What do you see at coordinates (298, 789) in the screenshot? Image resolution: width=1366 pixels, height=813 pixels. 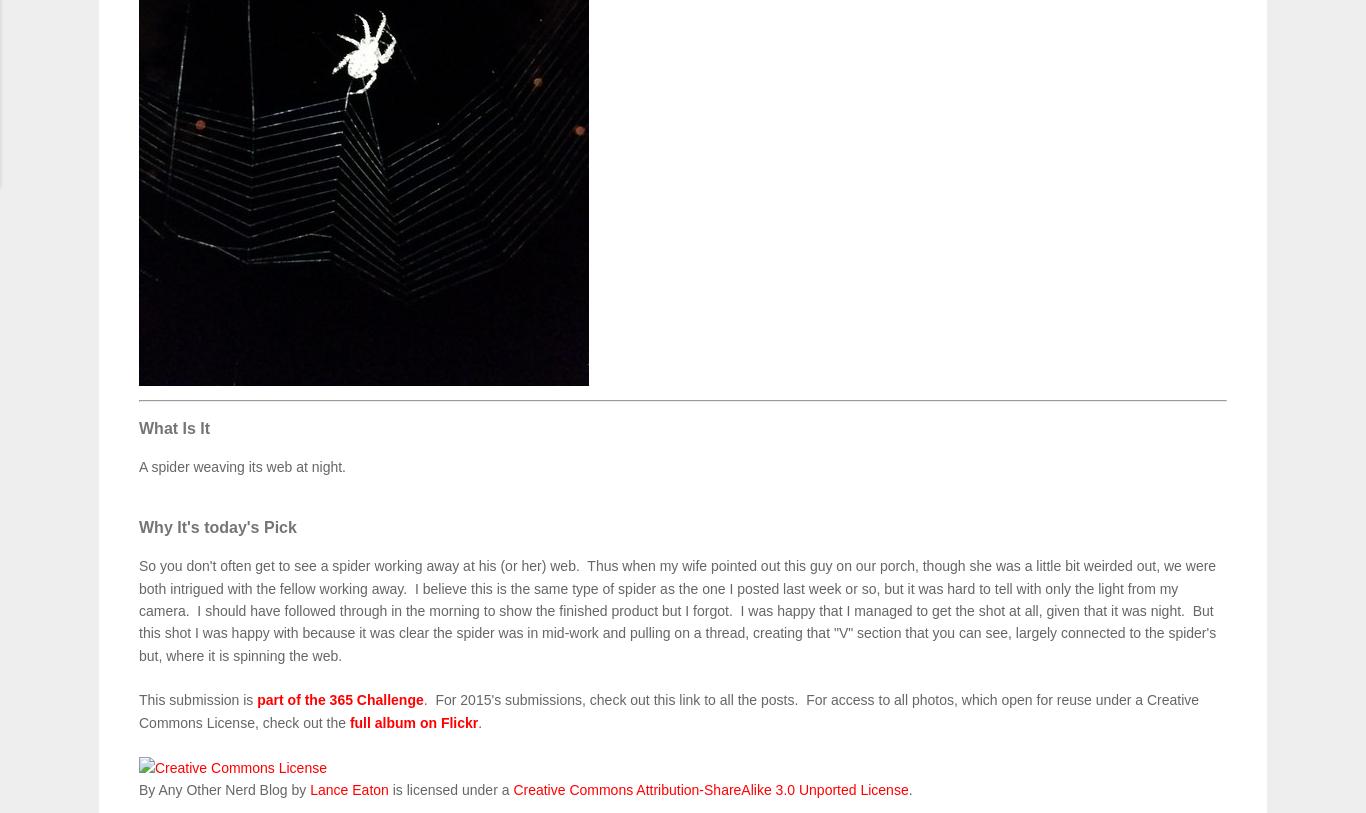 I see `'by'` at bounding box center [298, 789].